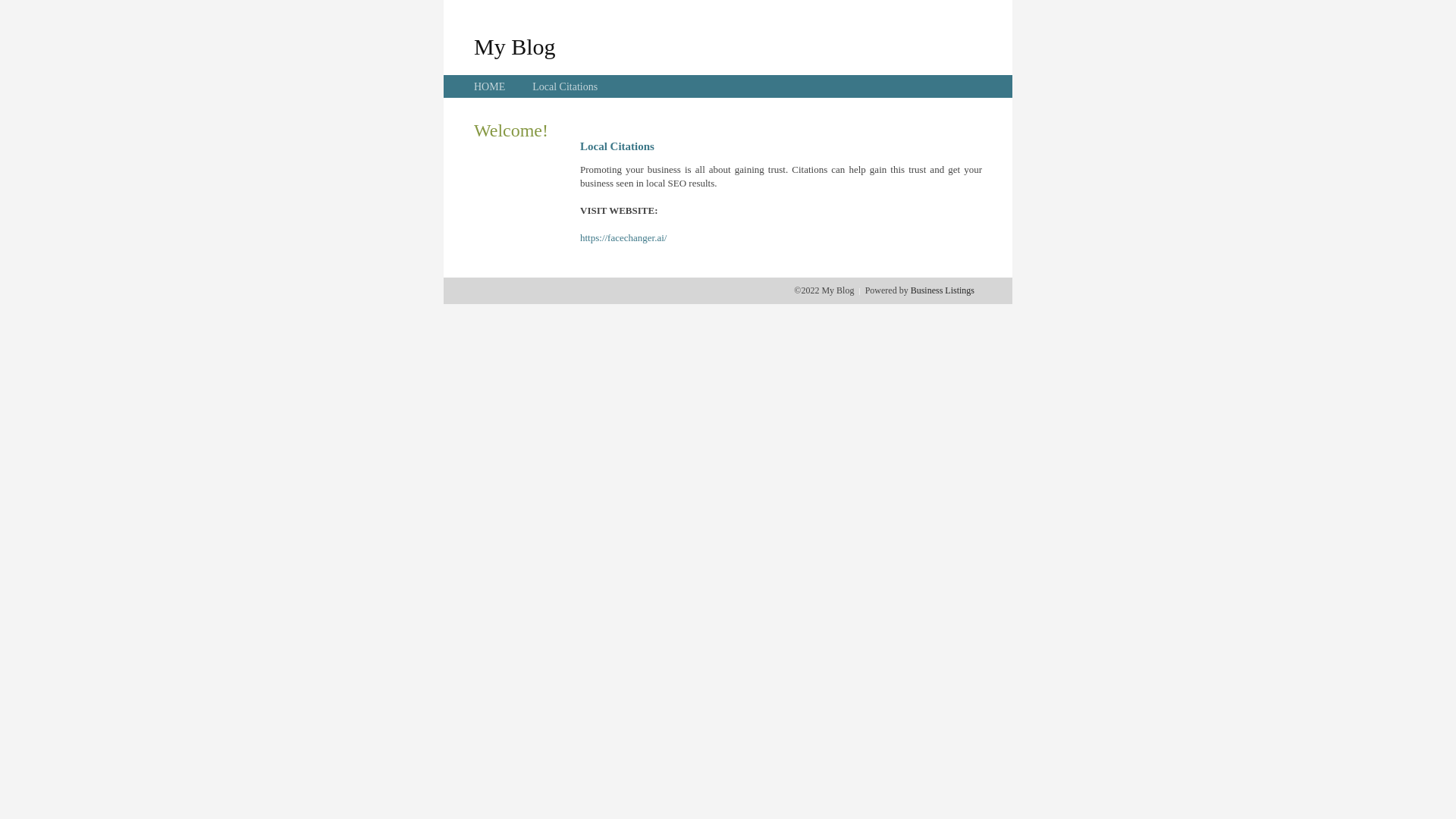 The height and width of the screenshot is (819, 1456). I want to click on 'https://facechanger.ai/', so click(623, 237).